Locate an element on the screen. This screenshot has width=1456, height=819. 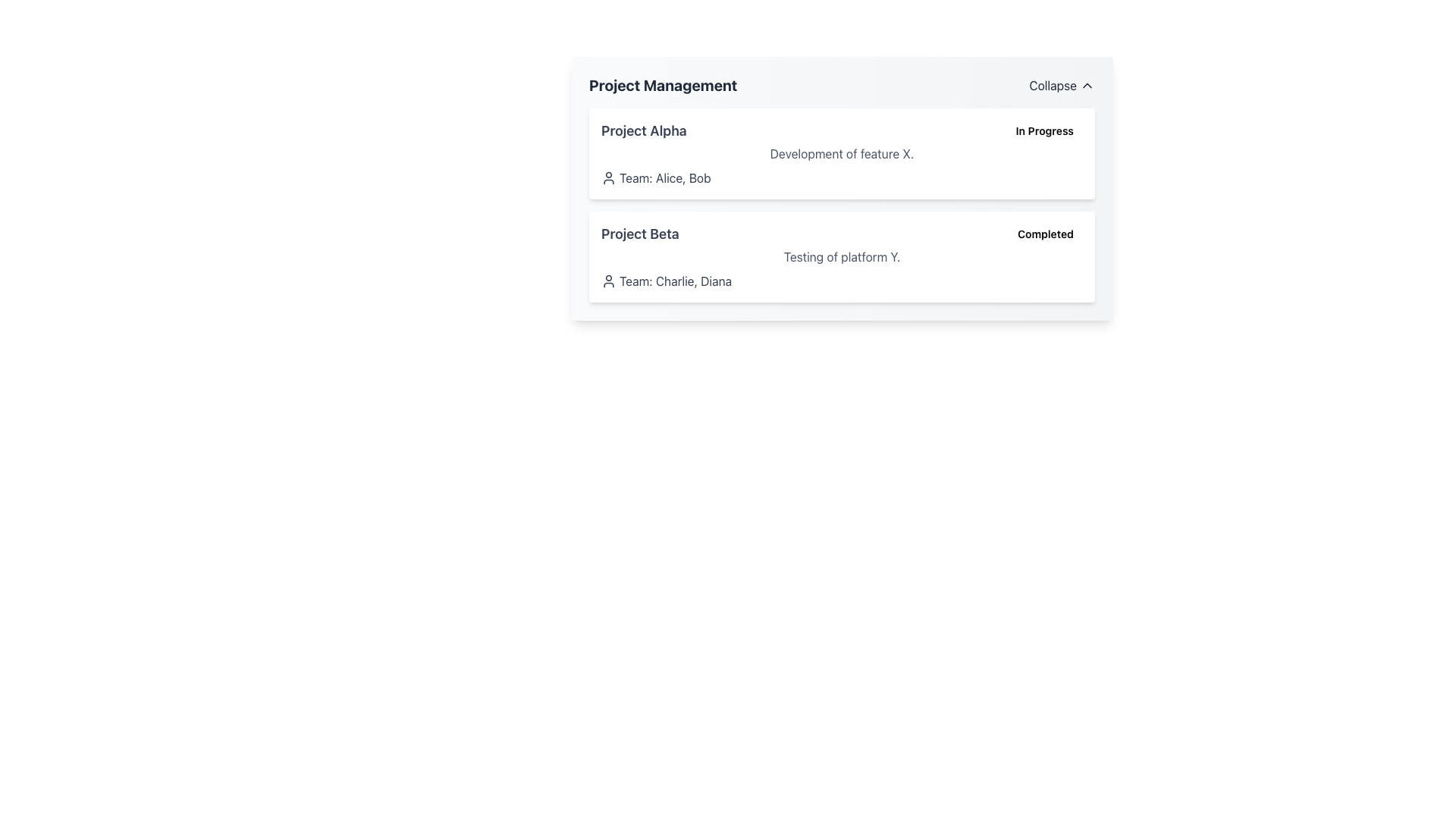
status represented by the label indicating 'In Progress' for 'Project Alpha', located at the top-right corner of the section labeled 'Project Alpha' is located at coordinates (1043, 130).